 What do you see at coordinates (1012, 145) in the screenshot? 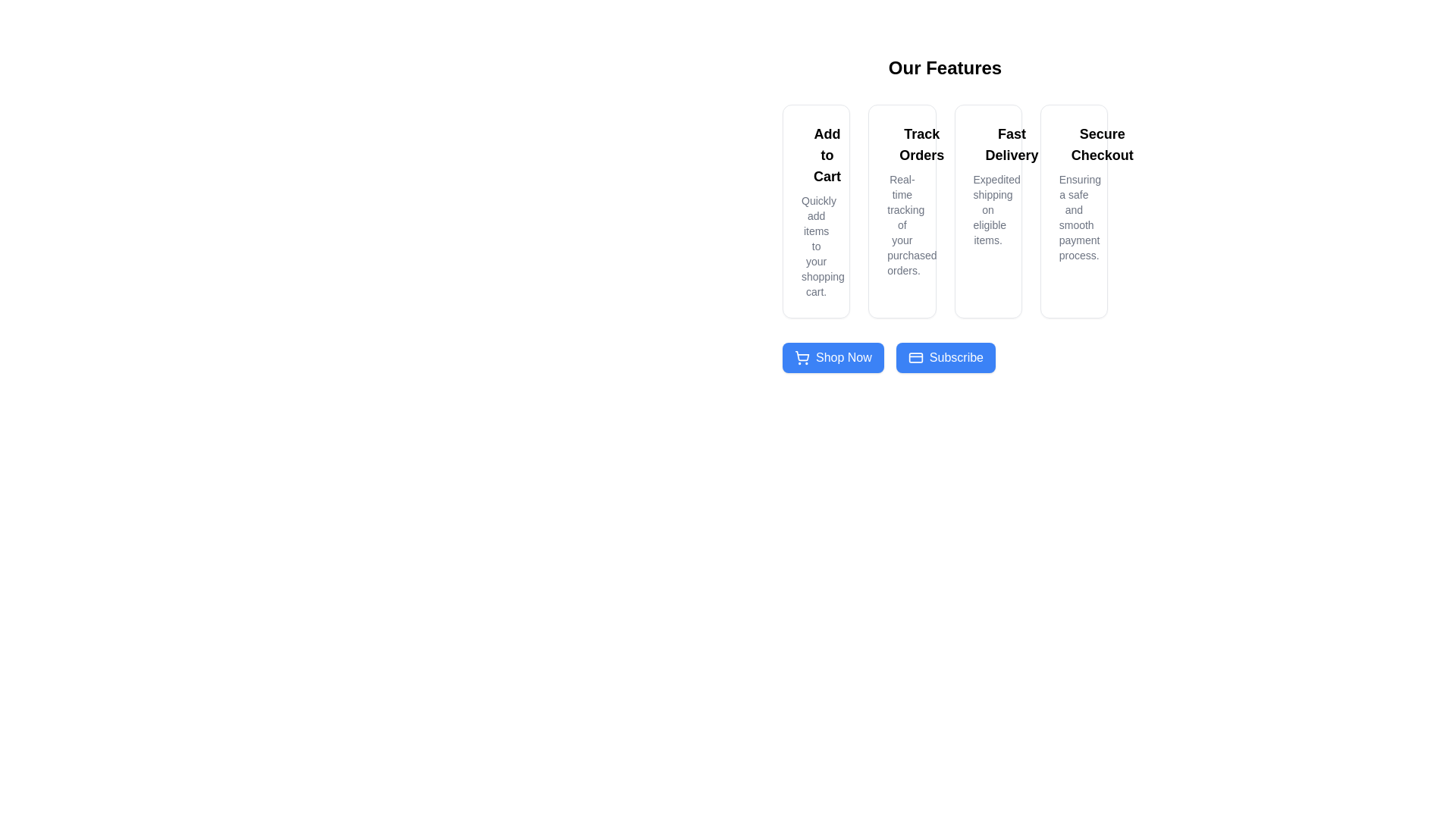
I see `the 'Fast Delivery' text label which is the headline of the third card in a set of four feature cards` at bounding box center [1012, 145].